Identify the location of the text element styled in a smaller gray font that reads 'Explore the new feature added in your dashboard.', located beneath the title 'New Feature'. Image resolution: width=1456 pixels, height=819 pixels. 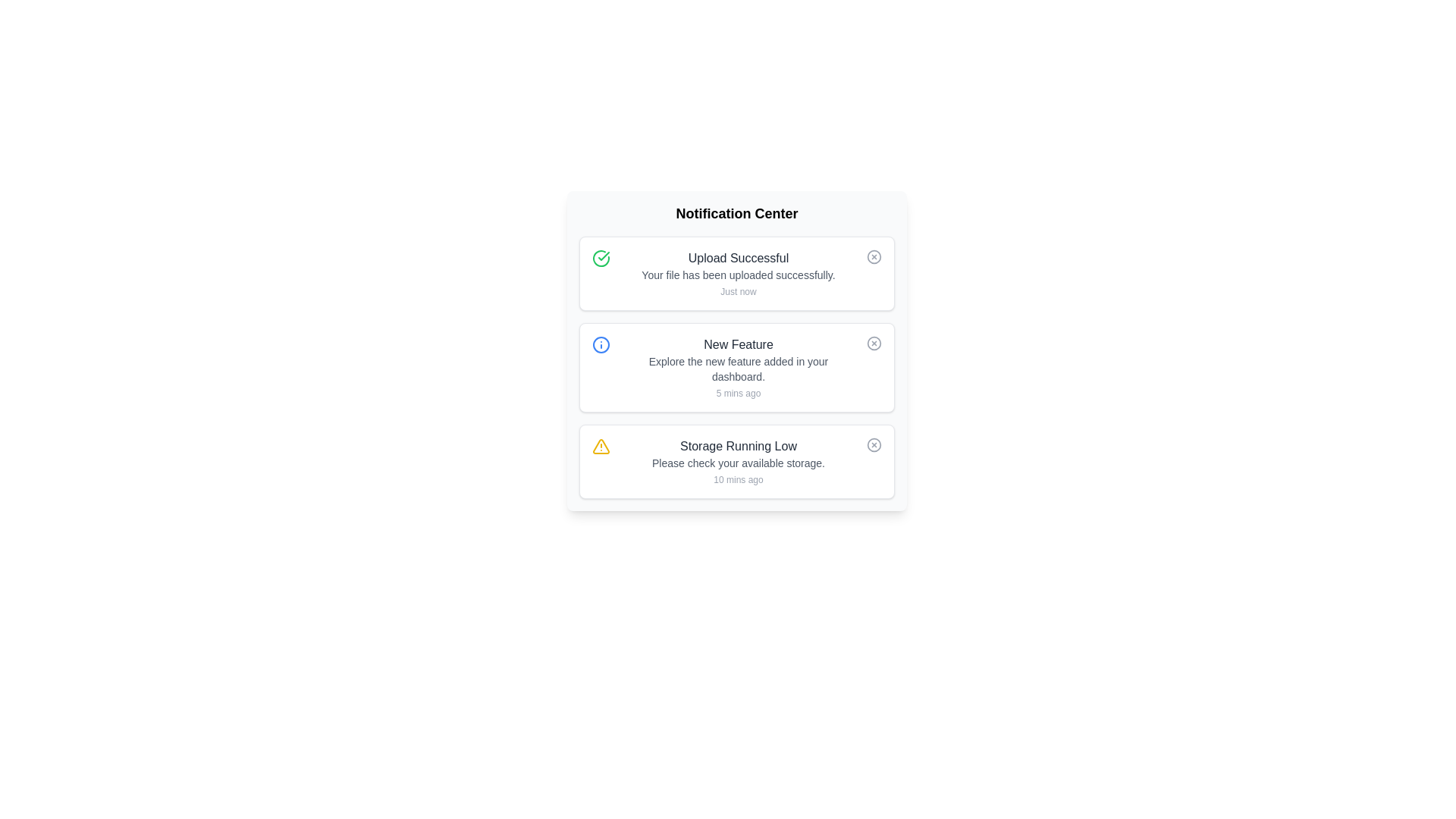
(739, 369).